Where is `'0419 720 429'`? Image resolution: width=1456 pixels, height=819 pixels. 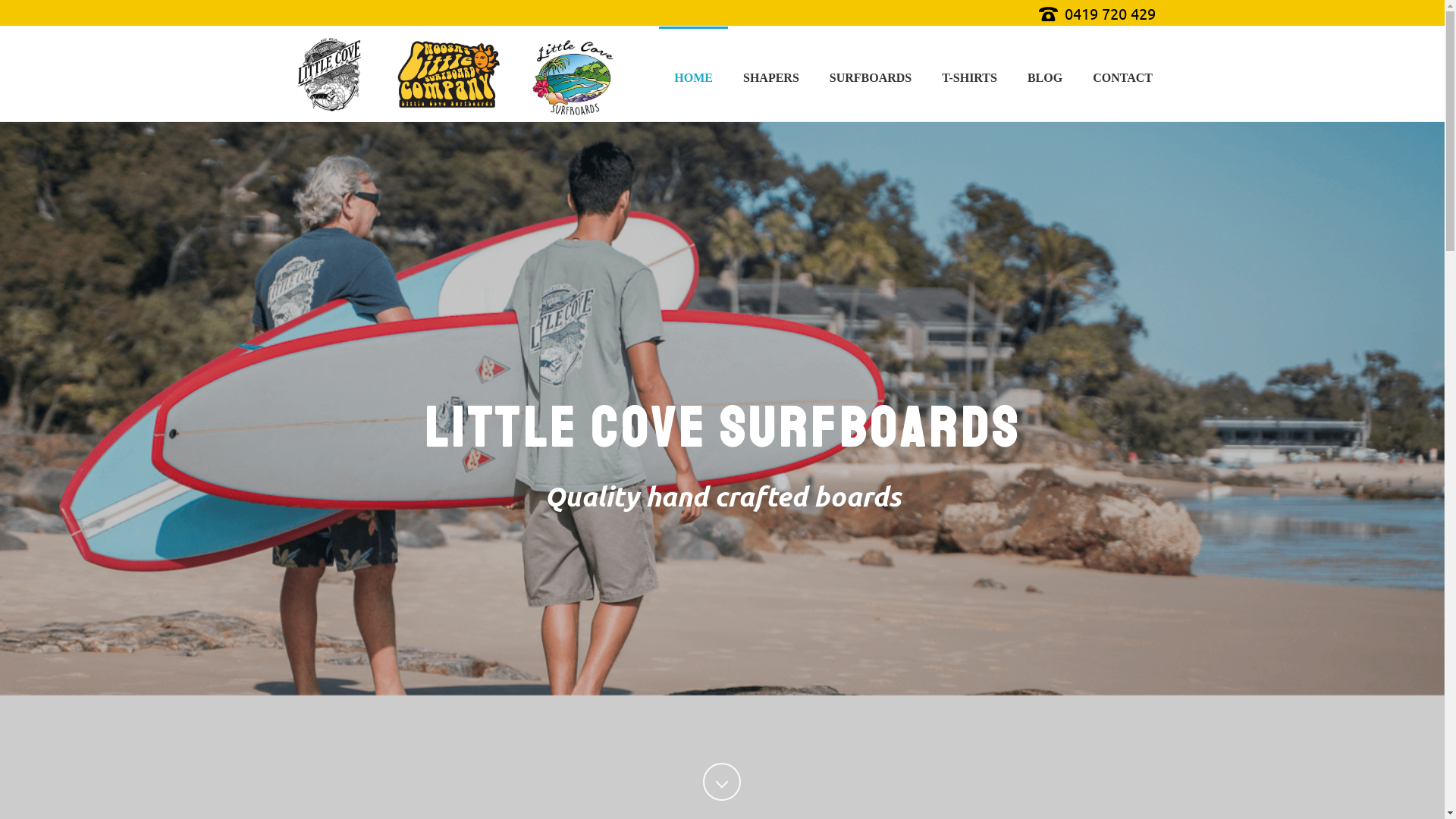
'0419 720 429' is located at coordinates (1110, 13).